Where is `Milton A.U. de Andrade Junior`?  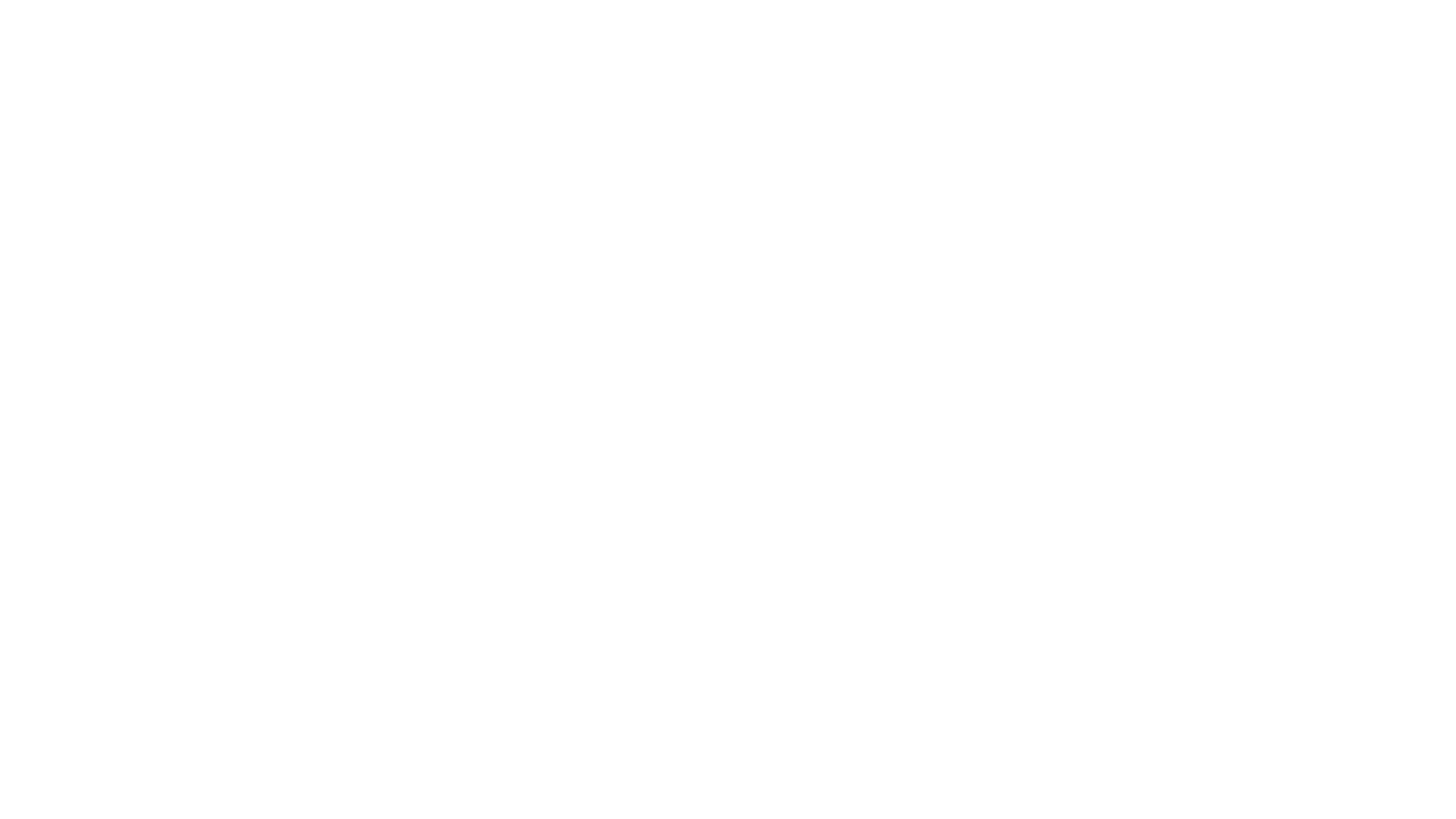
Milton A.U. de Andrade Junior is located at coordinates (532, 174).